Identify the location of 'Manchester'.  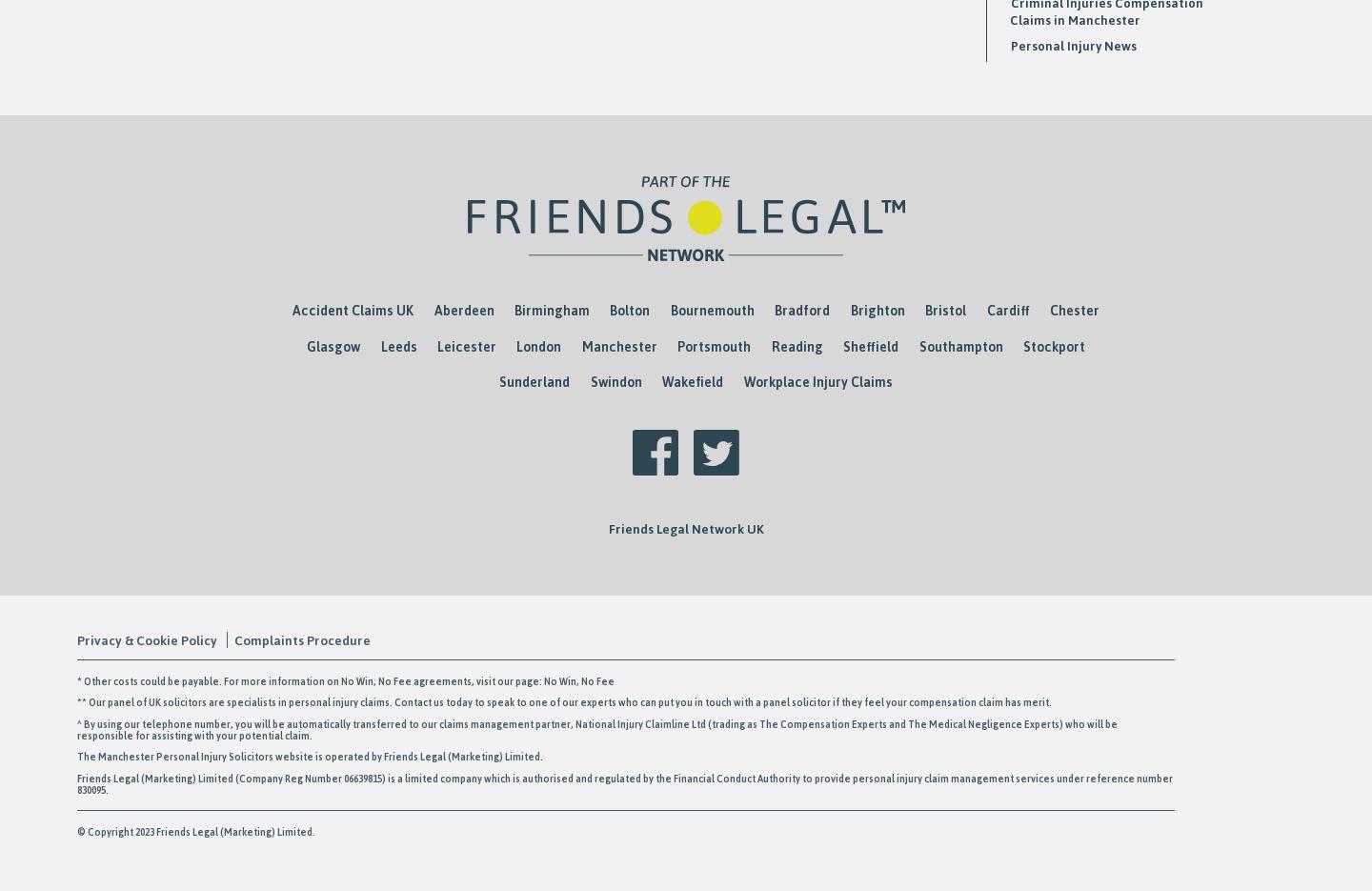
(617, 344).